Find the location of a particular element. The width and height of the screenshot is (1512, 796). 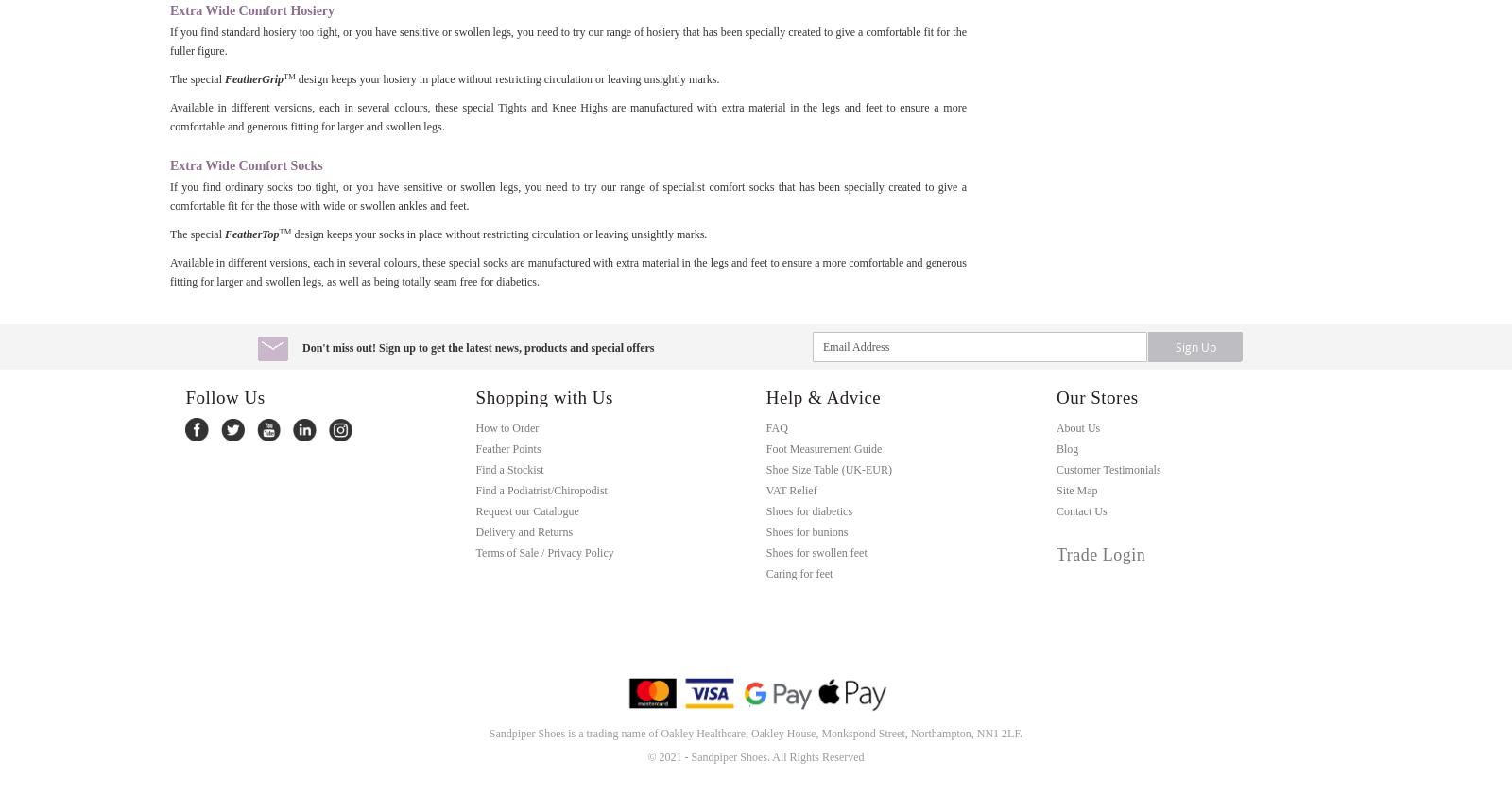

'Delivery and Returns' is located at coordinates (523, 530).